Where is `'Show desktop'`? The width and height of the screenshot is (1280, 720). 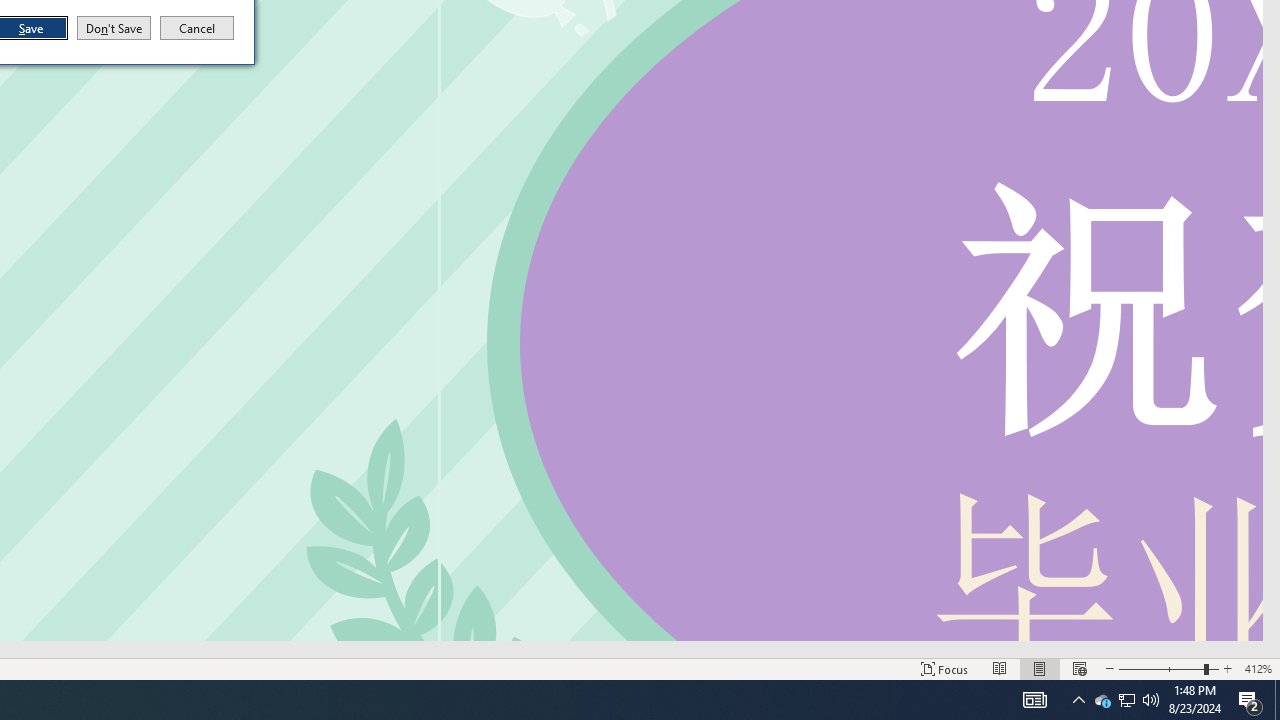 'Show desktop' is located at coordinates (1276, 698).